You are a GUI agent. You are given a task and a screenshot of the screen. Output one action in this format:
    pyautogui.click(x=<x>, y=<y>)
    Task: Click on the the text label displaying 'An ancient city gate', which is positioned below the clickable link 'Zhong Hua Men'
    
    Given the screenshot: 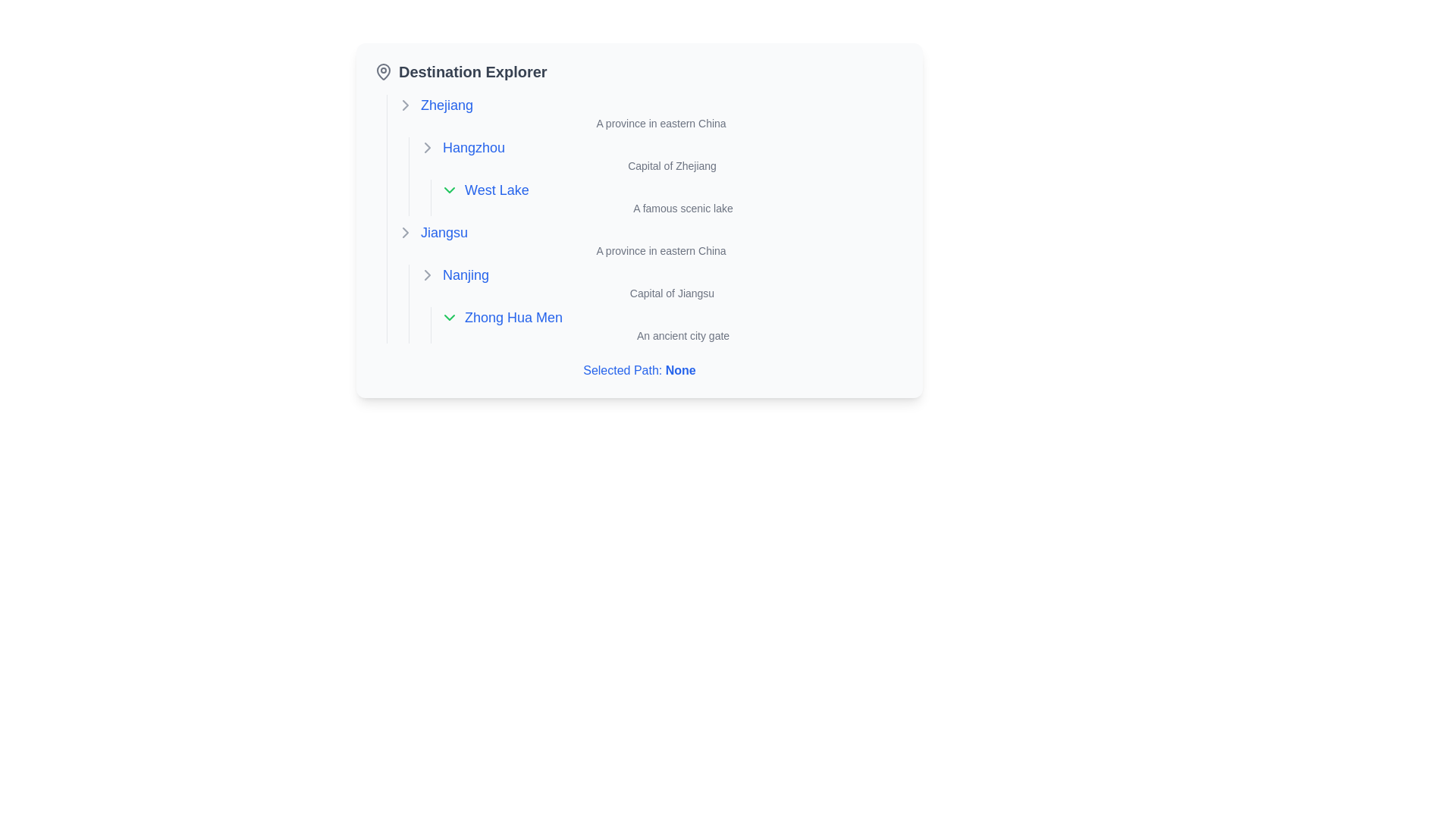 What is the action you would take?
    pyautogui.click(x=672, y=335)
    